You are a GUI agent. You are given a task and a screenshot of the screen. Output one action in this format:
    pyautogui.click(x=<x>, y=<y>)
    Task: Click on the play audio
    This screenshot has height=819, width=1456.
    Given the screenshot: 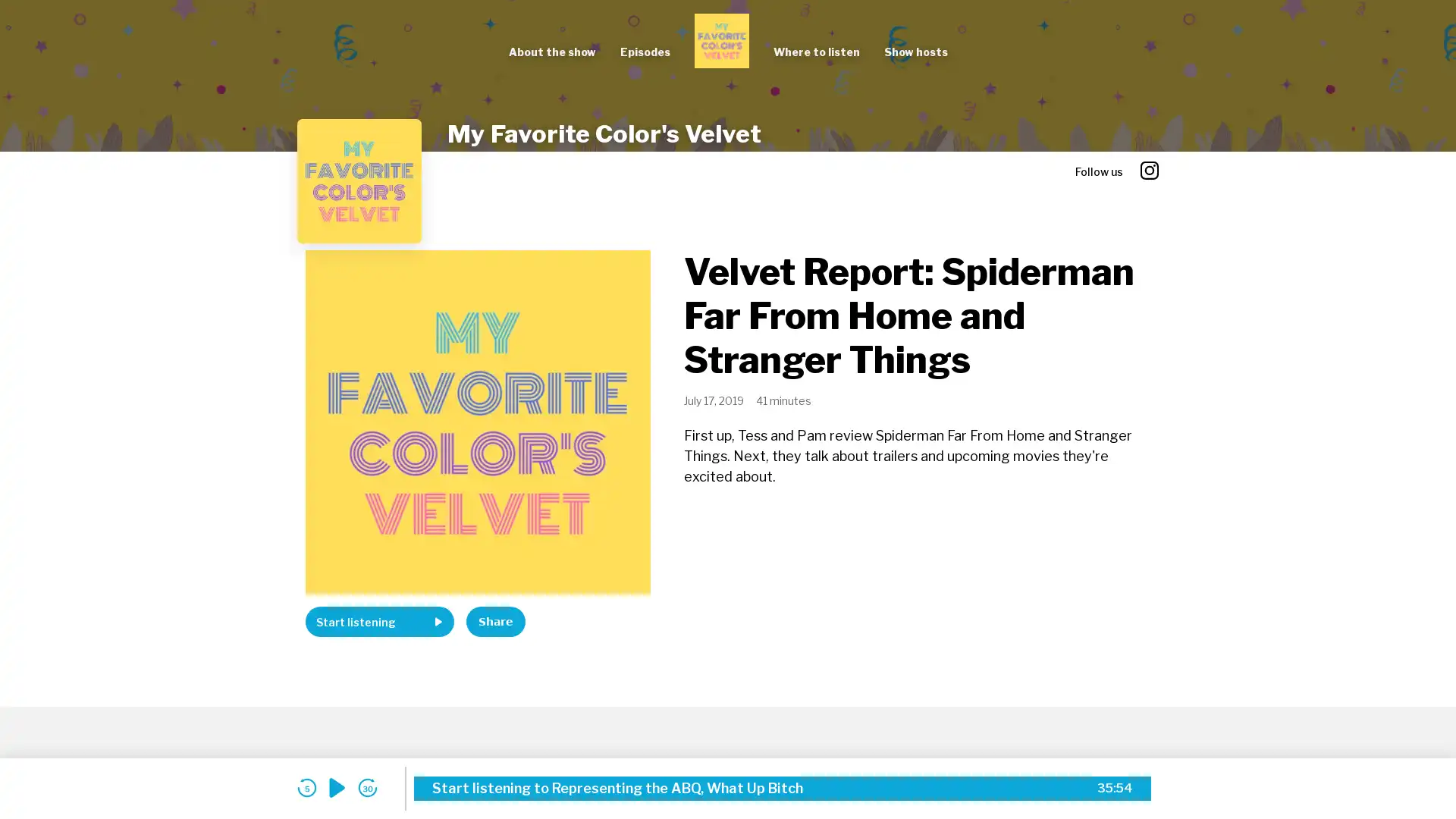 What is the action you would take?
    pyautogui.click(x=337, y=787)
    